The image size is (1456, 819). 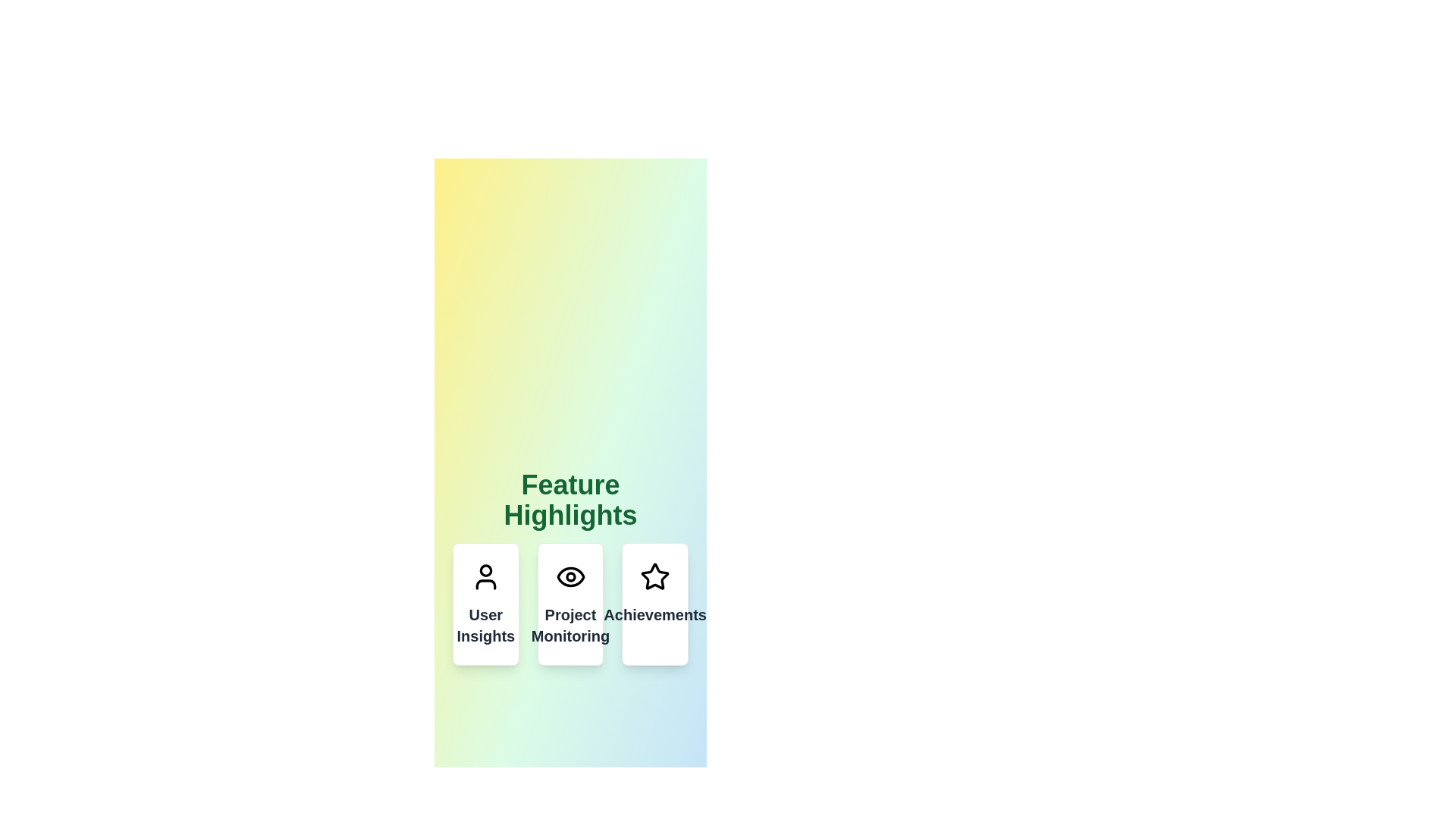 I want to click on text label that displays 'Achievements', which is styled in bold and located below a star icon in the third card of a group of cards, so click(x=655, y=614).